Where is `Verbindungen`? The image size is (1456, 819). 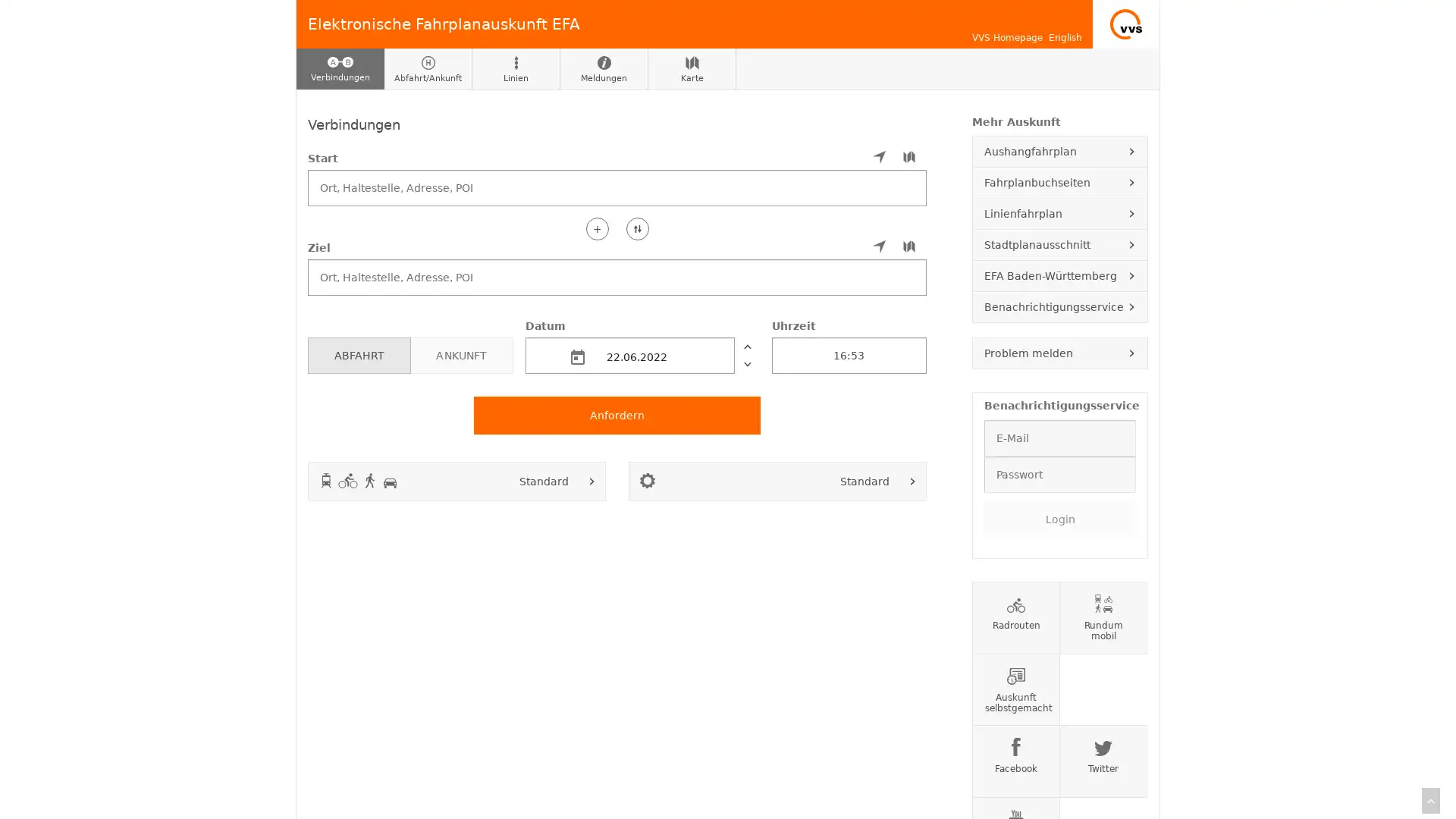 Verbindungen is located at coordinates (340, 69).